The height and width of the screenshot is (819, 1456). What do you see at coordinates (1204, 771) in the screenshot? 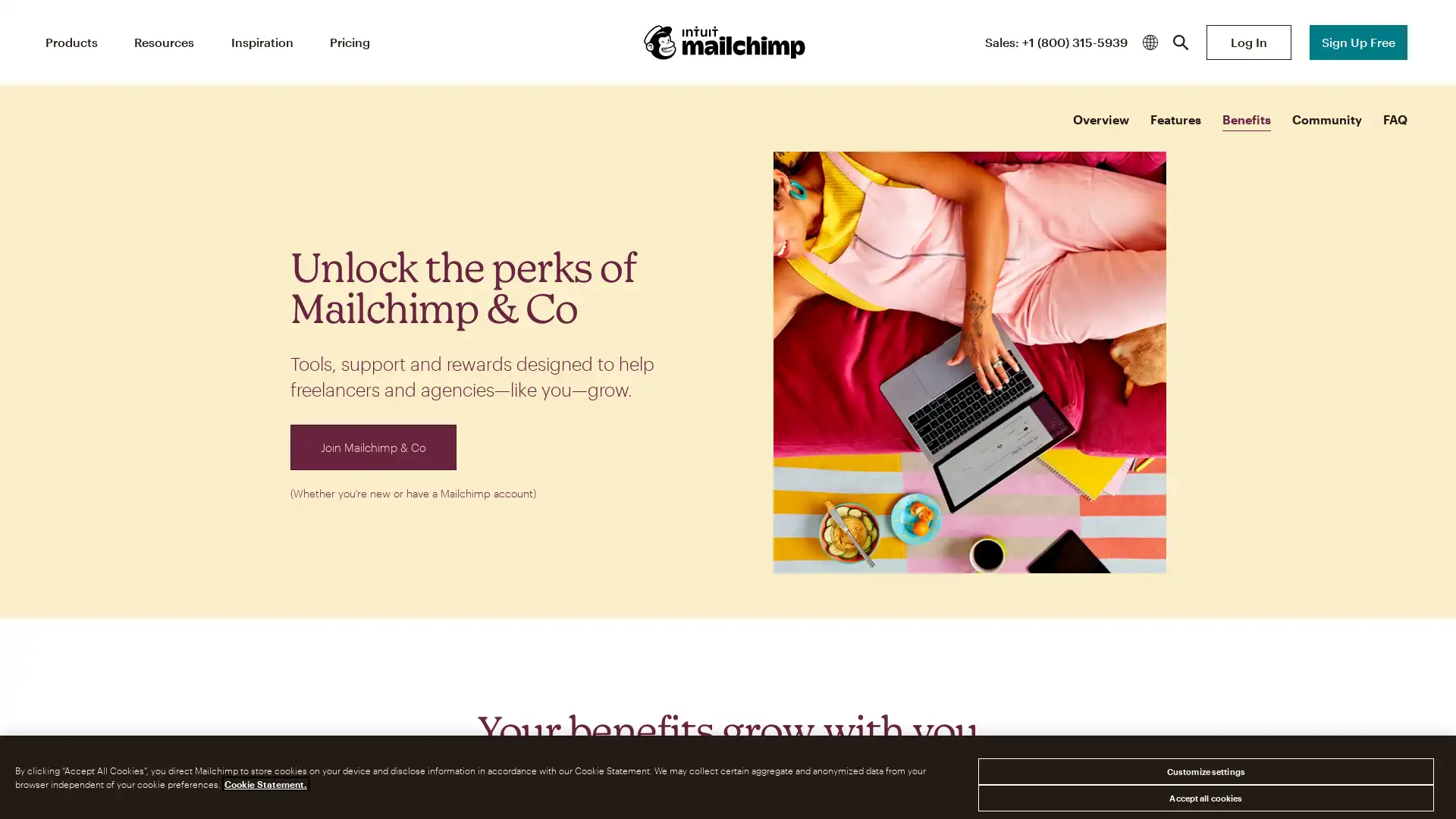
I see `Customize settings` at bounding box center [1204, 771].